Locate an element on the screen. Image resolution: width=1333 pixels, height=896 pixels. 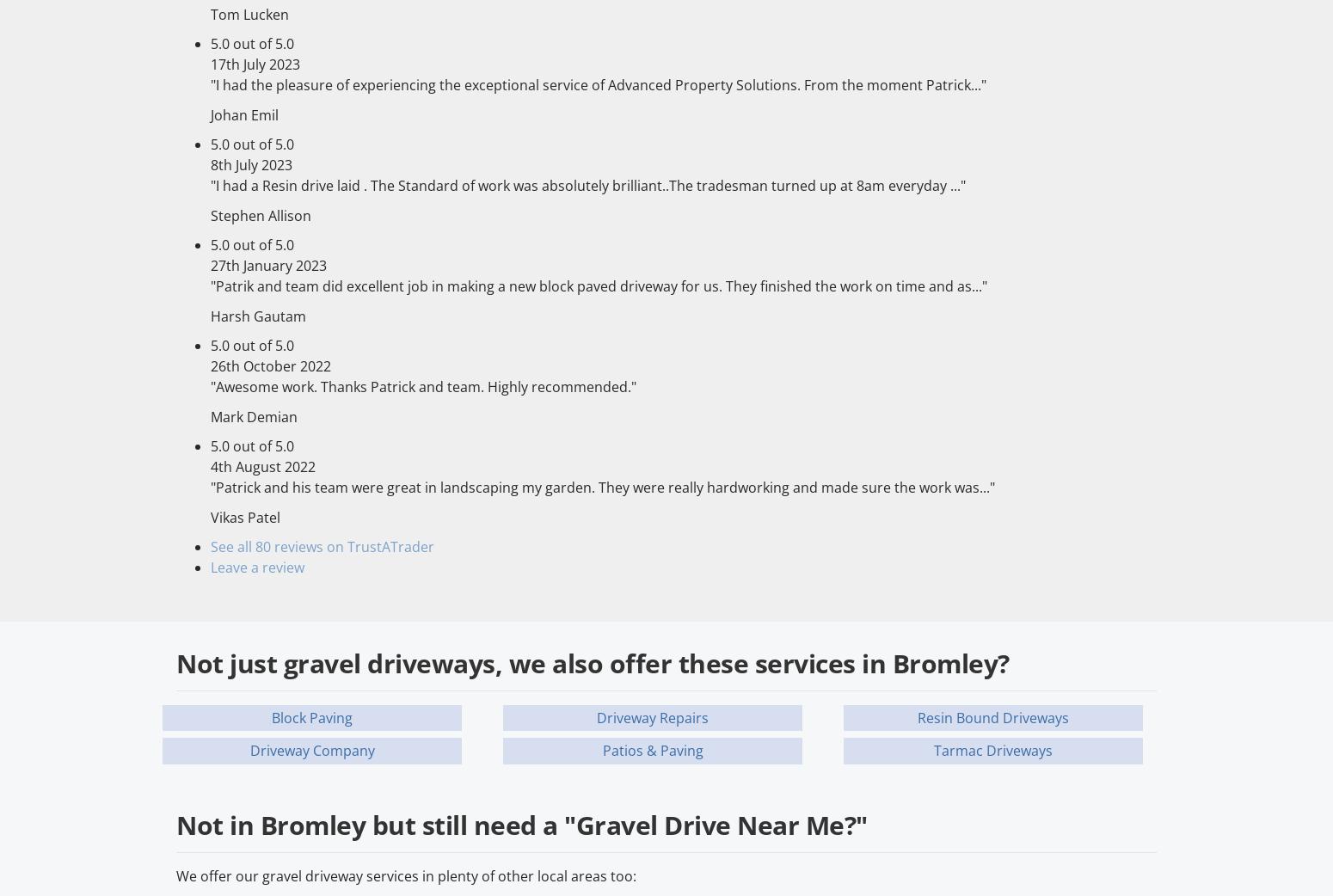
'Not just gravel driveways, we also offer these services in Bromley?' is located at coordinates (591, 661).